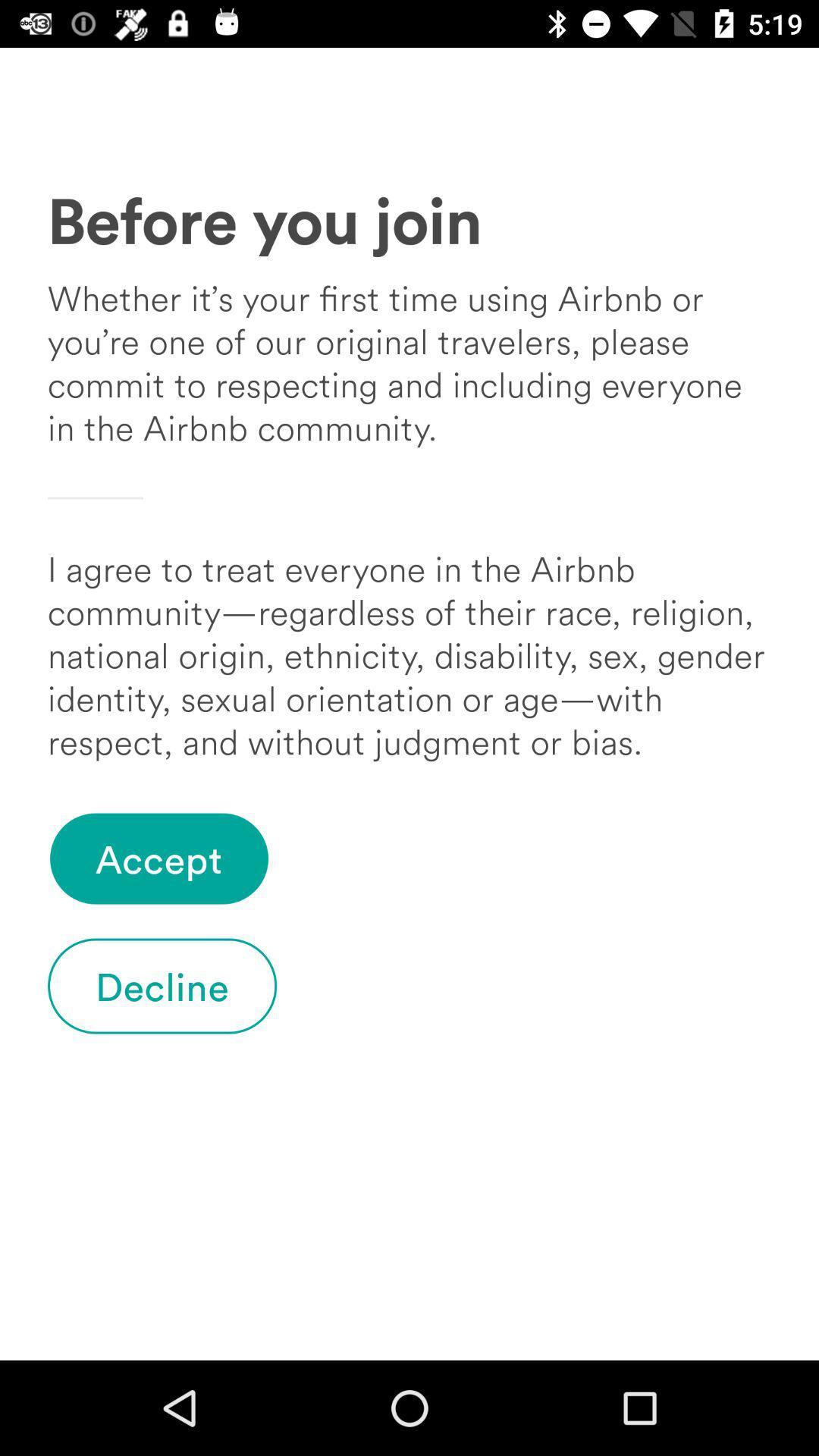 The image size is (819, 1456). What do you see at coordinates (162, 986) in the screenshot?
I see `decline item` at bounding box center [162, 986].